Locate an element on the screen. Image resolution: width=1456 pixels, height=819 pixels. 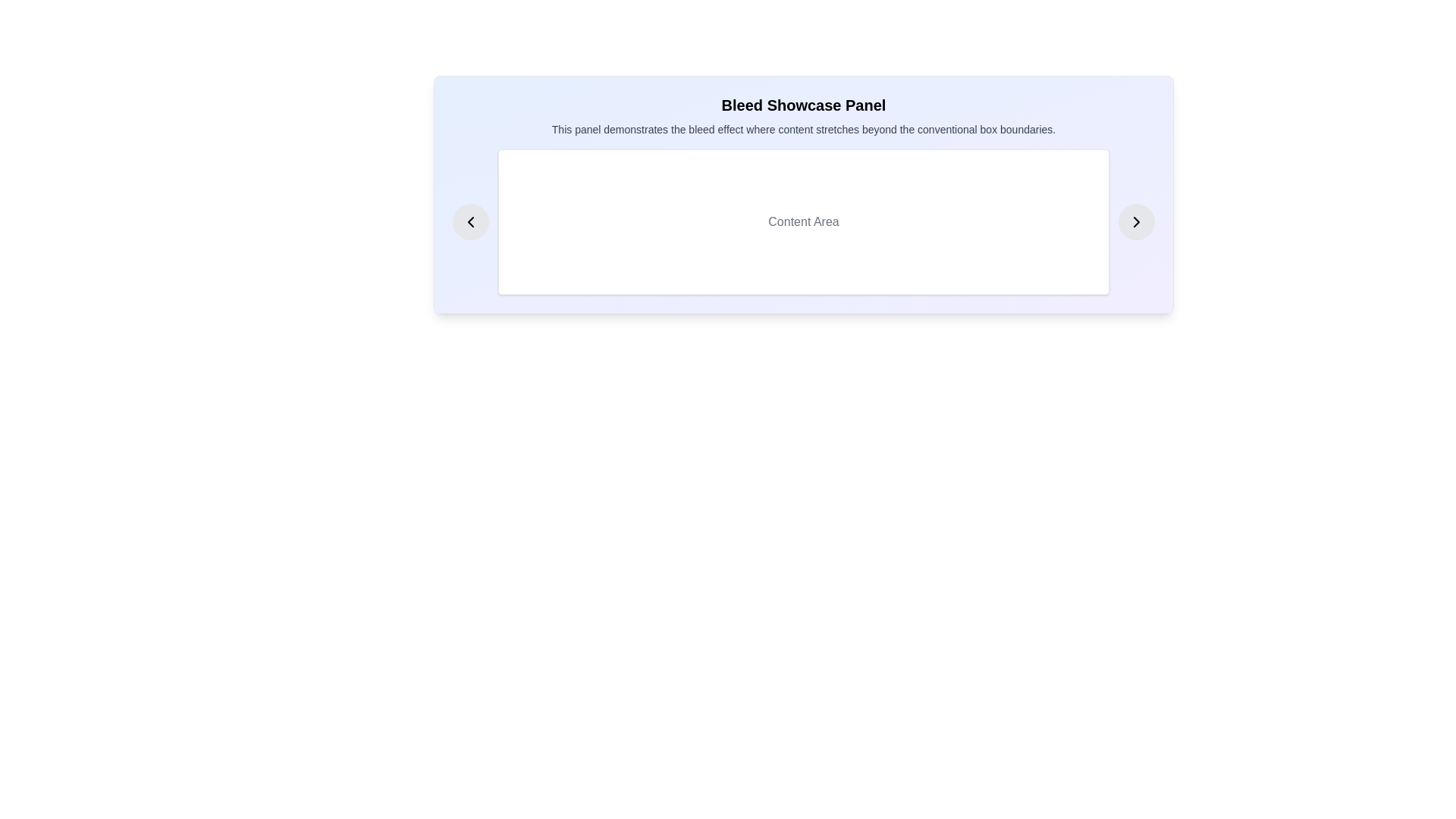
the left navigation button located adjacent to the text 'Content Area' is located at coordinates (469, 222).